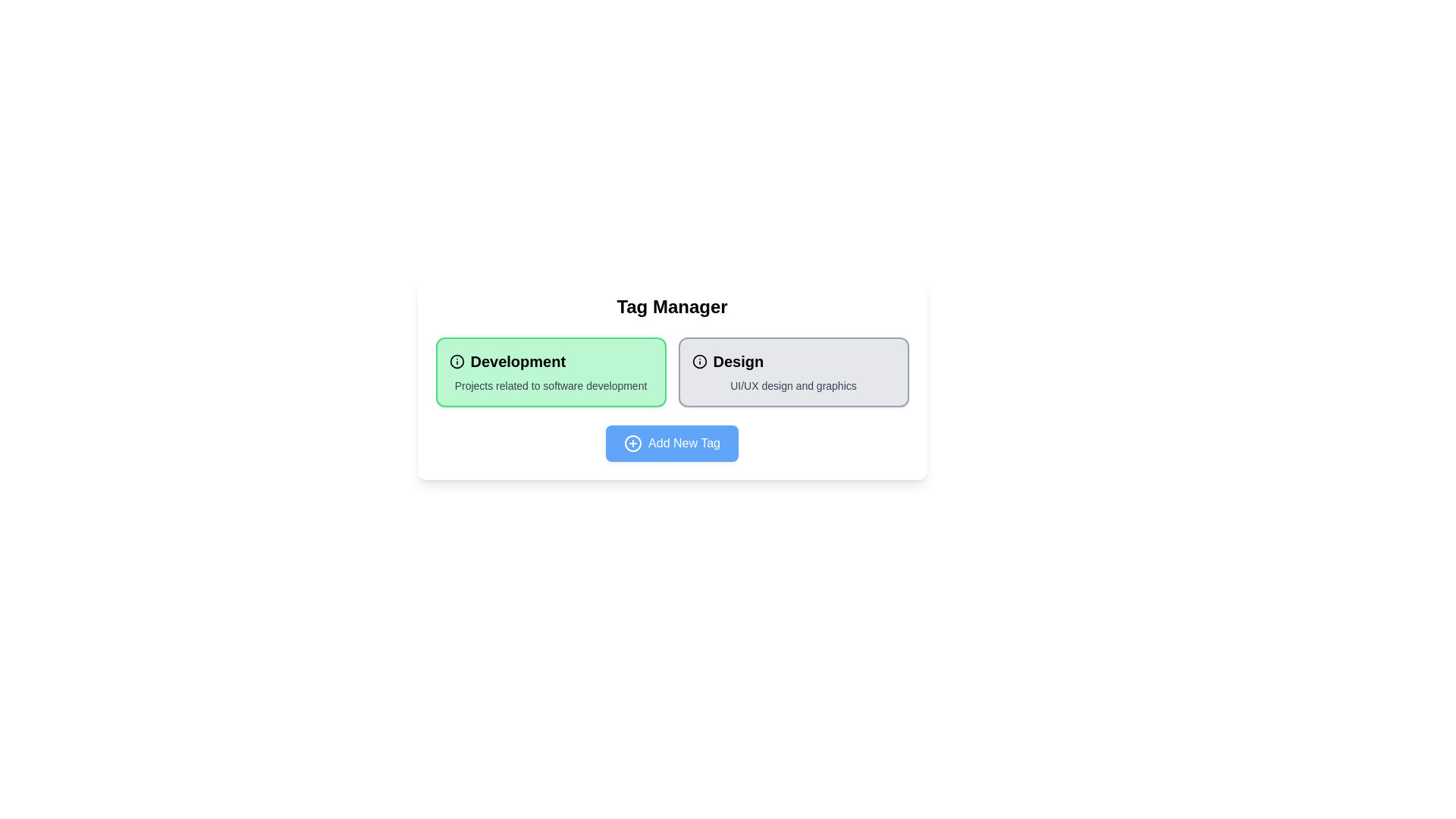  Describe the element at coordinates (550, 385) in the screenshot. I see `the descriptive text label that provides additional context for the 'Development' label, located centrally in the green box labeled 'Development'` at that location.